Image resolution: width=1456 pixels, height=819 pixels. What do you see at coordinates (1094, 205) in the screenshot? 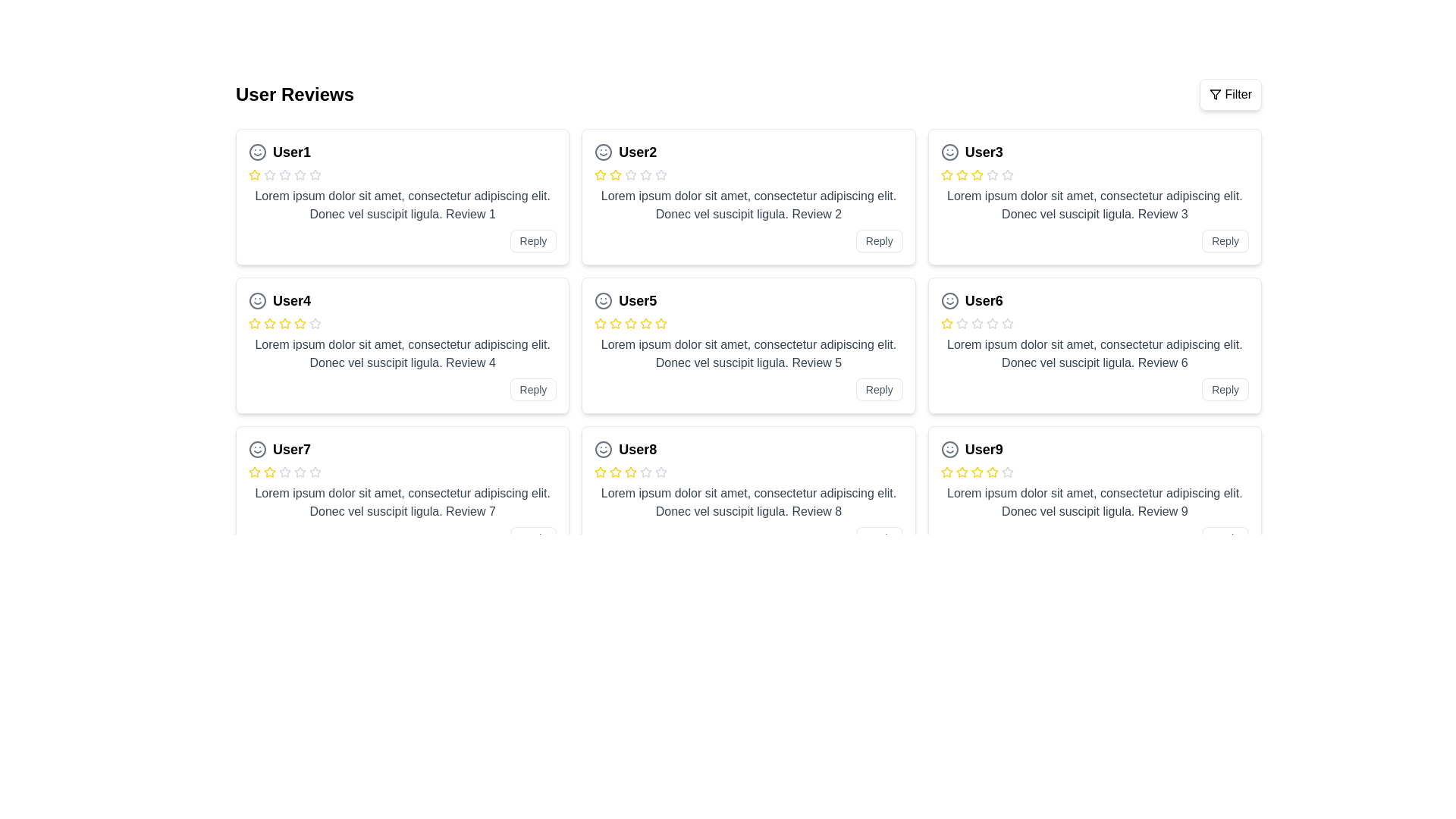
I see `text block containing 'Lorem ipsum dolor sit amet, consectetur adipiscing elit. Donec vel suscipit ligula. Review 3' located below the user identifier of 'User3' in the review section` at bounding box center [1094, 205].